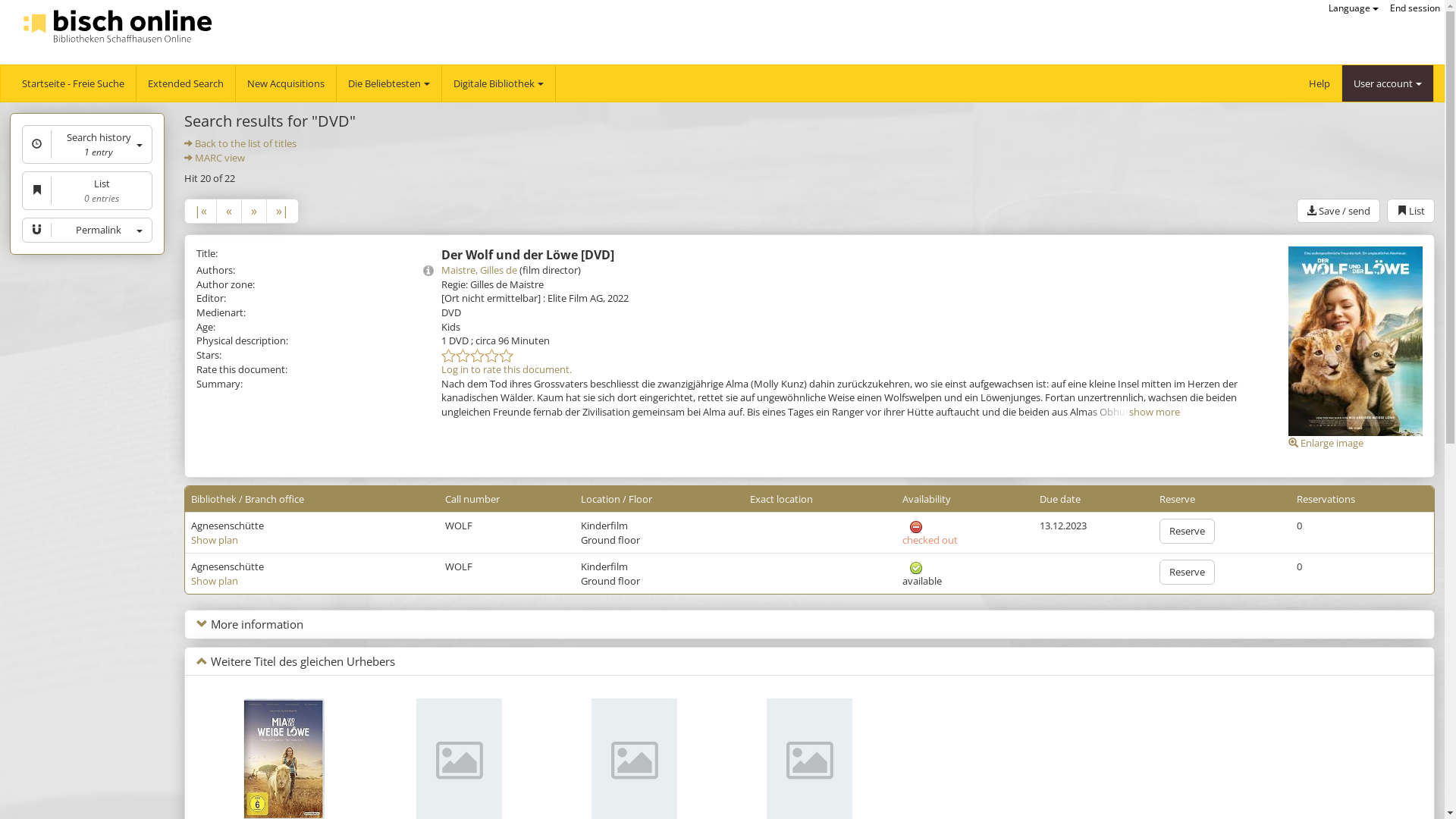 This screenshot has height=819, width=1456. What do you see at coordinates (600, 499) in the screenshot?
I see `'Location'` at bounding box center [600, 499].